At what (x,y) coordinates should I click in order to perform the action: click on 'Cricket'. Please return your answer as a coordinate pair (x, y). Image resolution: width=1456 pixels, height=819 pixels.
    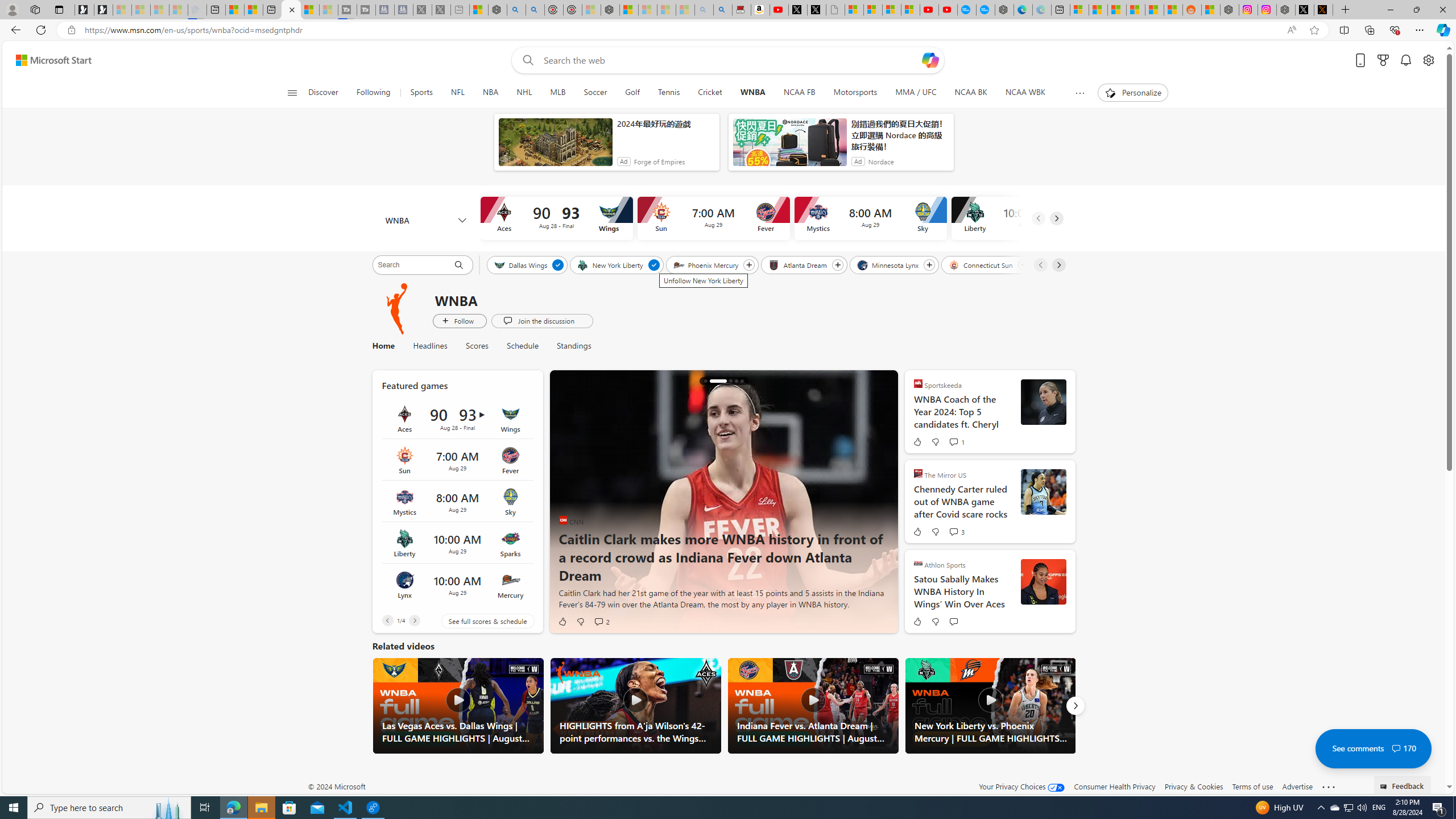
    Looking at the image, I should click on (709, 92).